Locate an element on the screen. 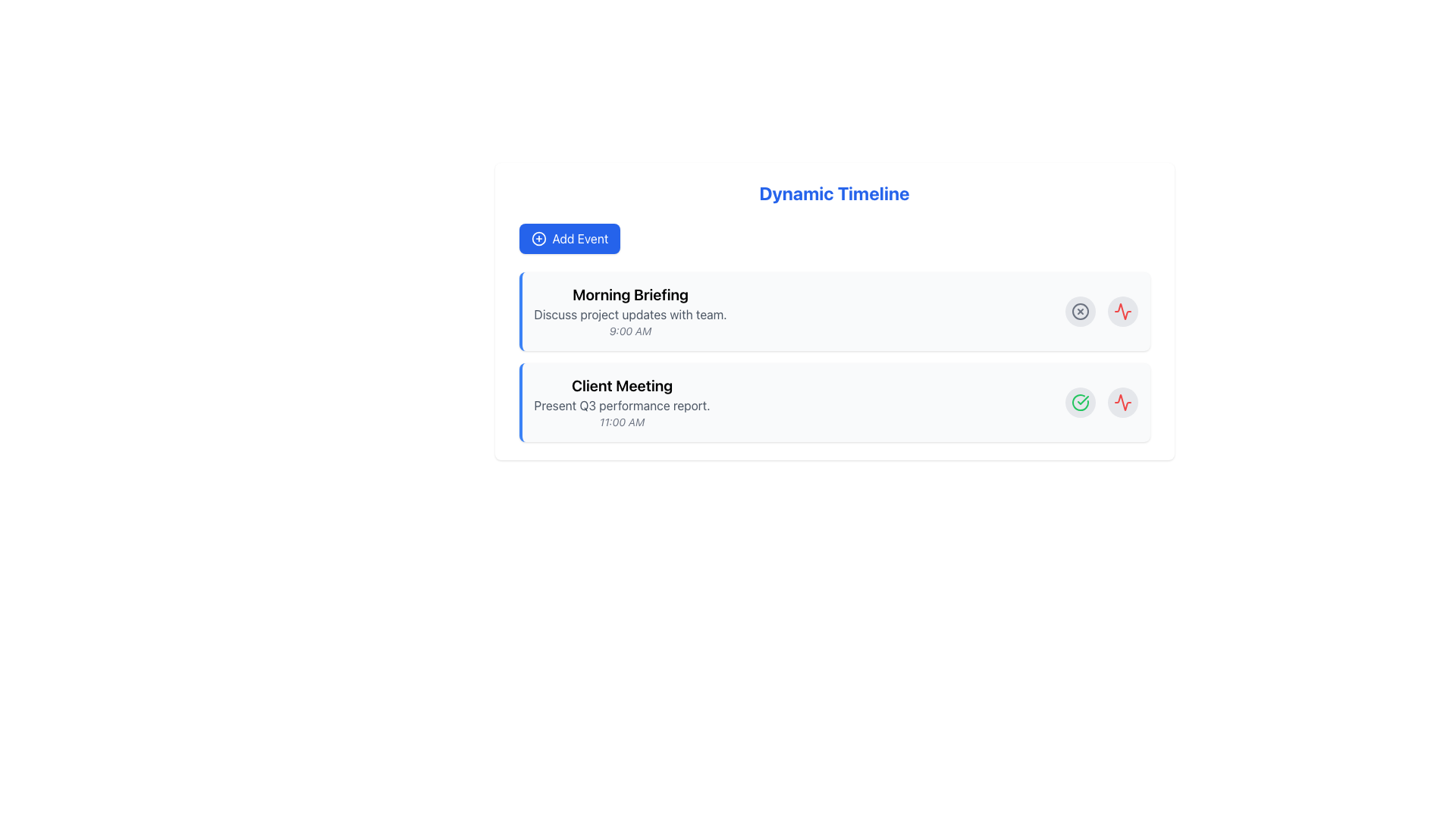 This screenshot has width=1456, height=819. the stylized waveform icon with a thin red stroke located on the far right of the first event entry in the list is located at coordinates (1122, 402).